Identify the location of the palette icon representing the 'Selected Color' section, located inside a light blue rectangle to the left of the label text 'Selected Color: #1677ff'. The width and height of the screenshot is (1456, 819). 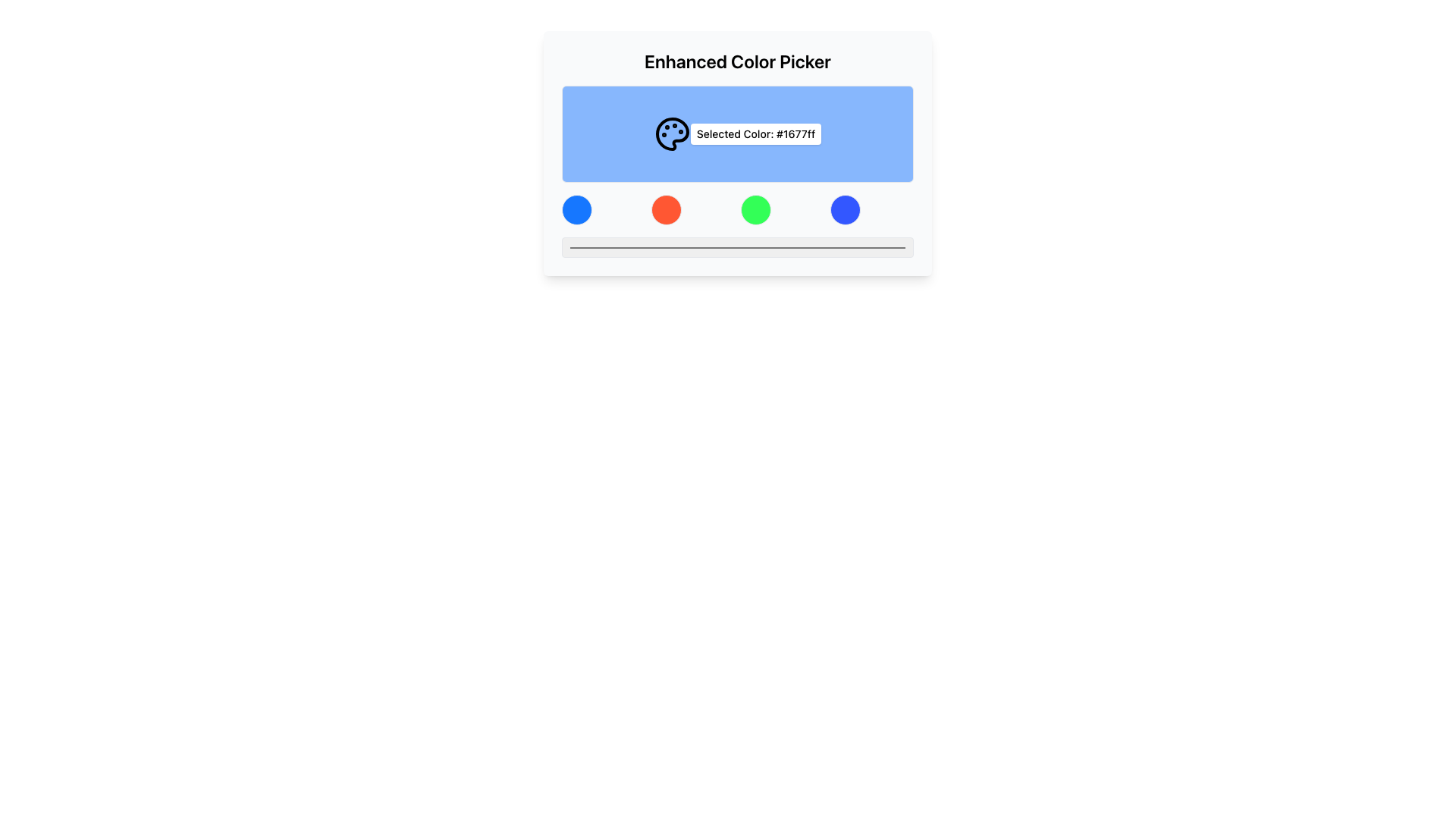
(671, 133).